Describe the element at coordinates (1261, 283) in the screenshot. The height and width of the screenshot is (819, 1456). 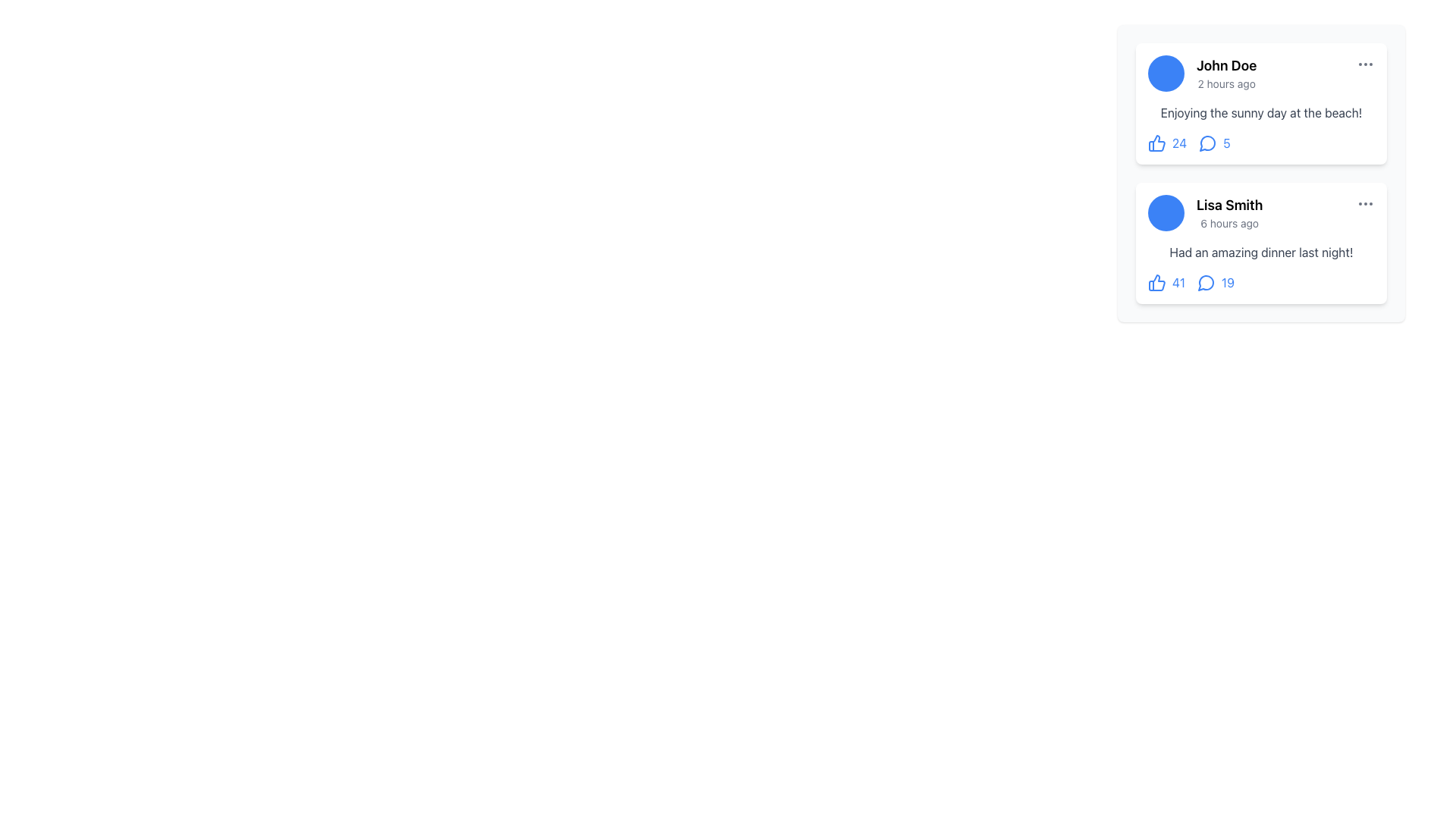
I see `the Interactive Statistic Display below the post authored by 'Lisa Smith'` at that location.